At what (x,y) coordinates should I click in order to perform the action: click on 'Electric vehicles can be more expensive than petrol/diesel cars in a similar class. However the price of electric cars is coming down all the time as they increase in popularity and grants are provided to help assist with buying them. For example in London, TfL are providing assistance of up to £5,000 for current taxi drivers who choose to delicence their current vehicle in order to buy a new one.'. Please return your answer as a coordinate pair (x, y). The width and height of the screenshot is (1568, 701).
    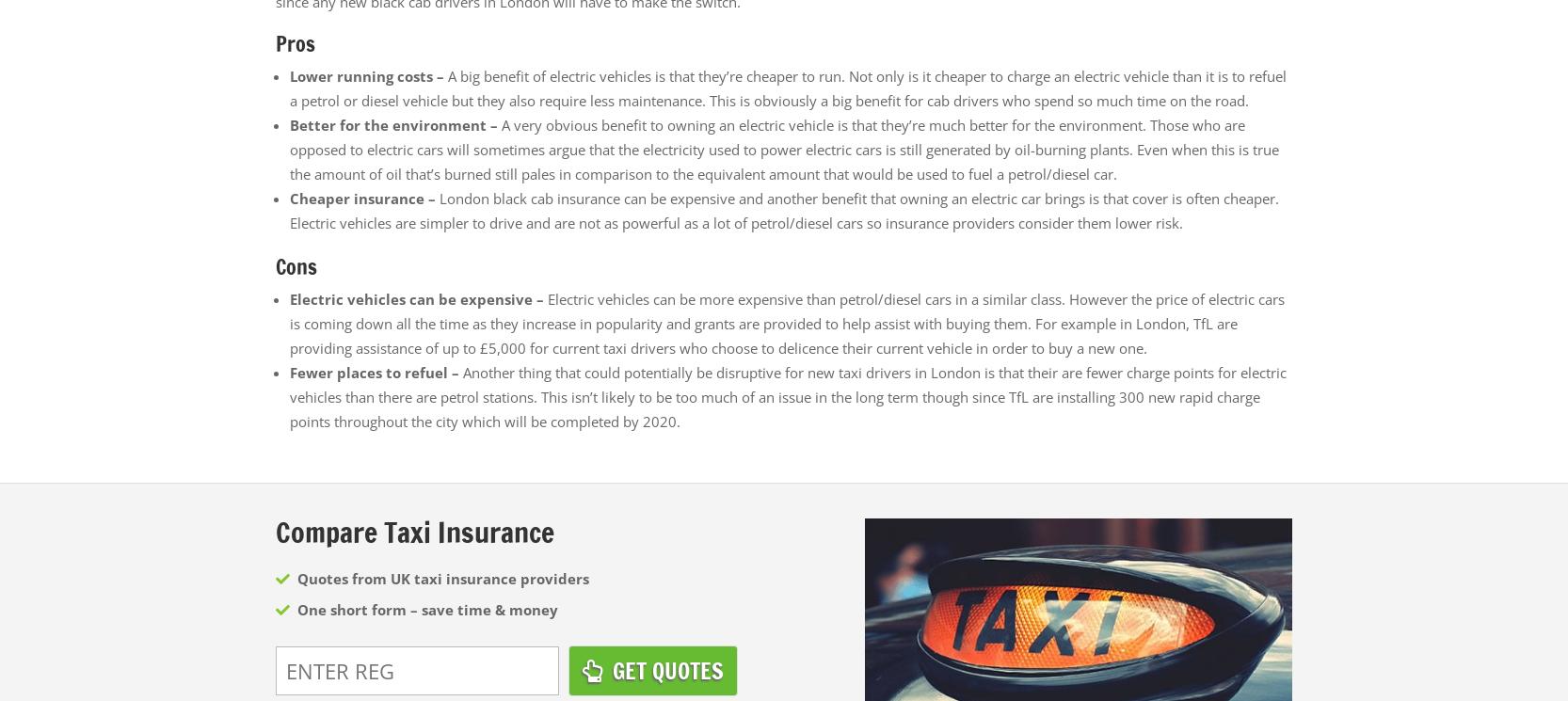
    Looking at the image, I should click on (787, 322).